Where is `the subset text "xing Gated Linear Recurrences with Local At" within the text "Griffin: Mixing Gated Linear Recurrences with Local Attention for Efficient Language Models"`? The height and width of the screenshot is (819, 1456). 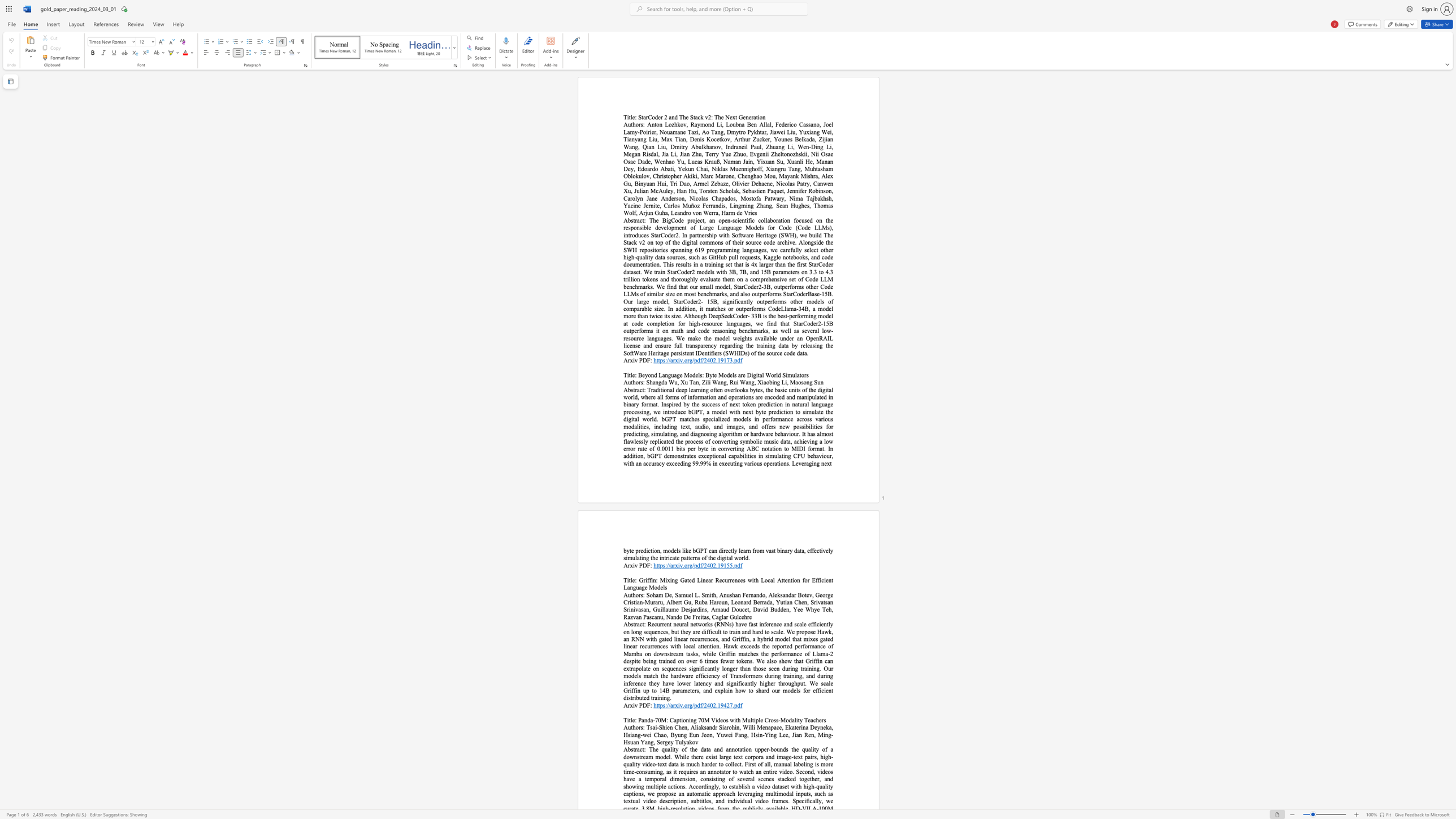
the subset text "xing Gated Linear Recurrences with Local At" within the text "Griffin: Mixing Gated Linear Recurrences with Local Attention for Efficient Language Models" is located at coordinates (666, 580).